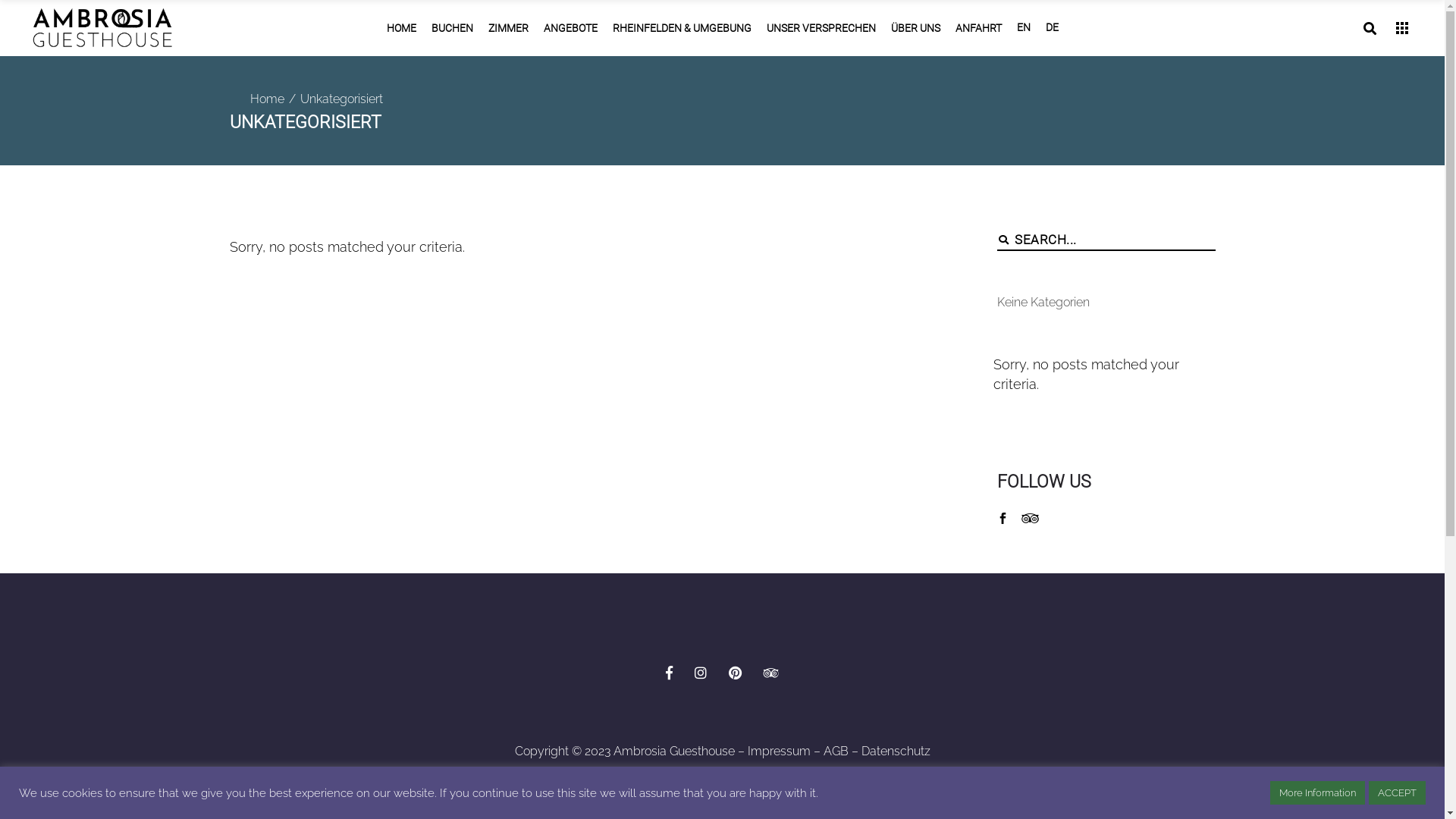 The height and width of the screenshot is (819, 1456). I want to click on 'RHEINFELDEN & UMGEBUNG', so click(604, 28).